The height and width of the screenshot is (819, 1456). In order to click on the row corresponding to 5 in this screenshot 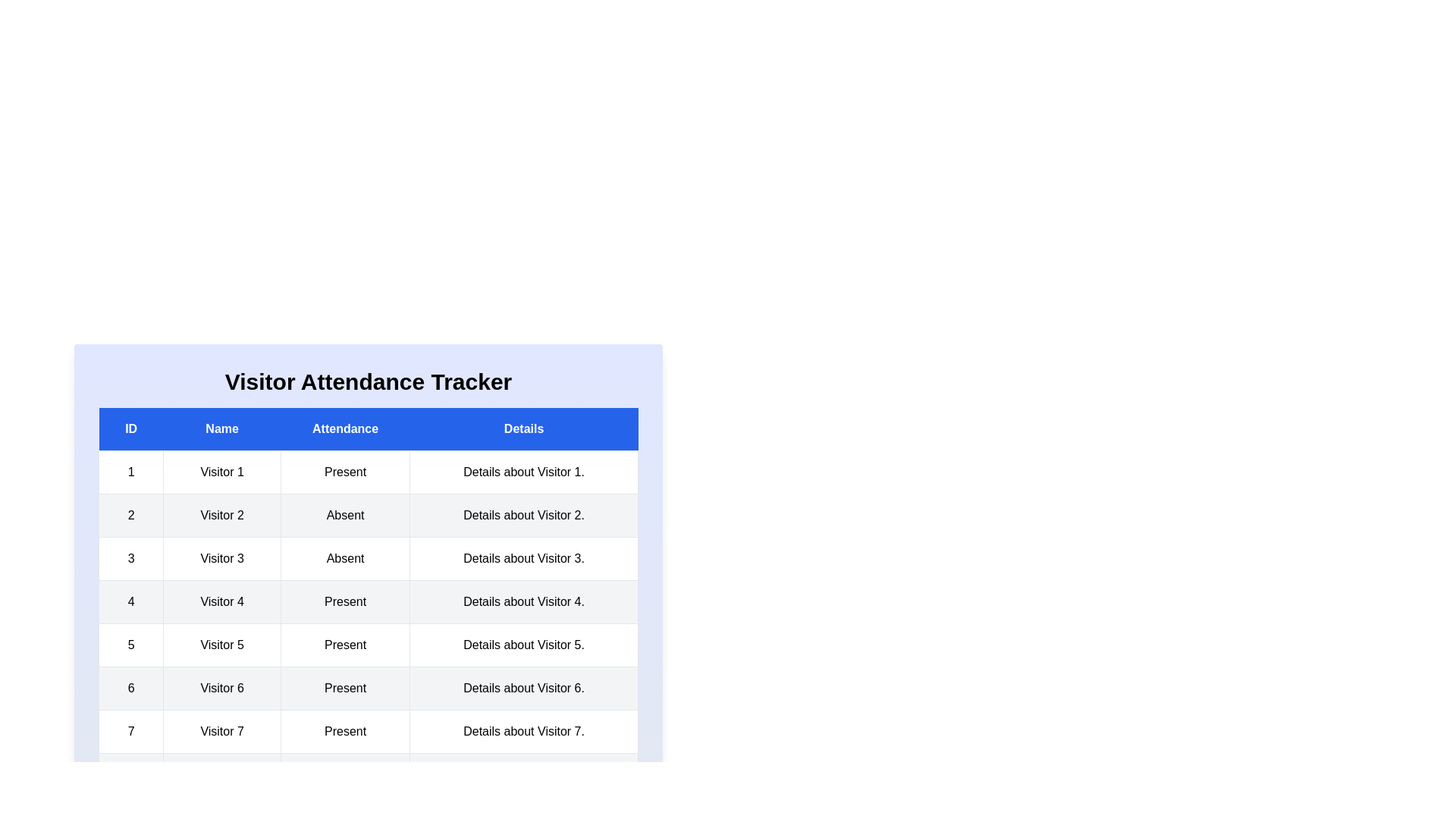, I will do `click(368, 645)`.